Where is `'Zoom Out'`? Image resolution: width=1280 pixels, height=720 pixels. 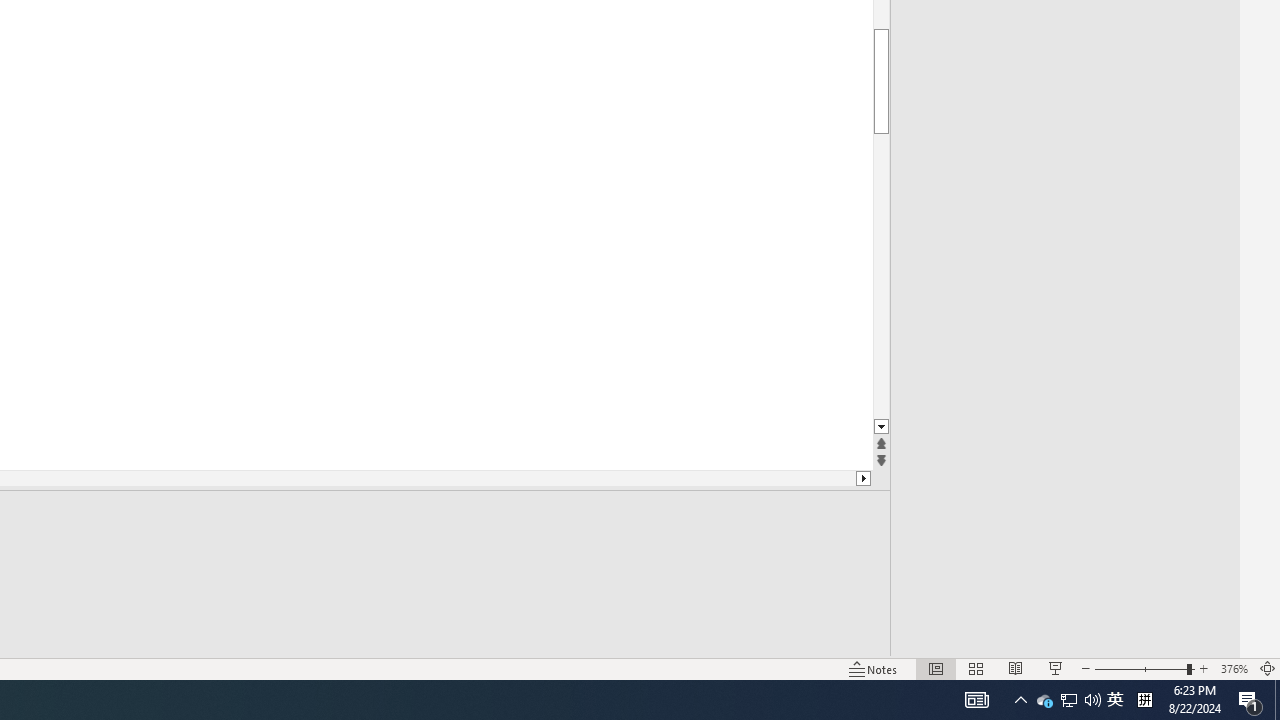 'Zoom Out' is located at coordinates (1140, 669).